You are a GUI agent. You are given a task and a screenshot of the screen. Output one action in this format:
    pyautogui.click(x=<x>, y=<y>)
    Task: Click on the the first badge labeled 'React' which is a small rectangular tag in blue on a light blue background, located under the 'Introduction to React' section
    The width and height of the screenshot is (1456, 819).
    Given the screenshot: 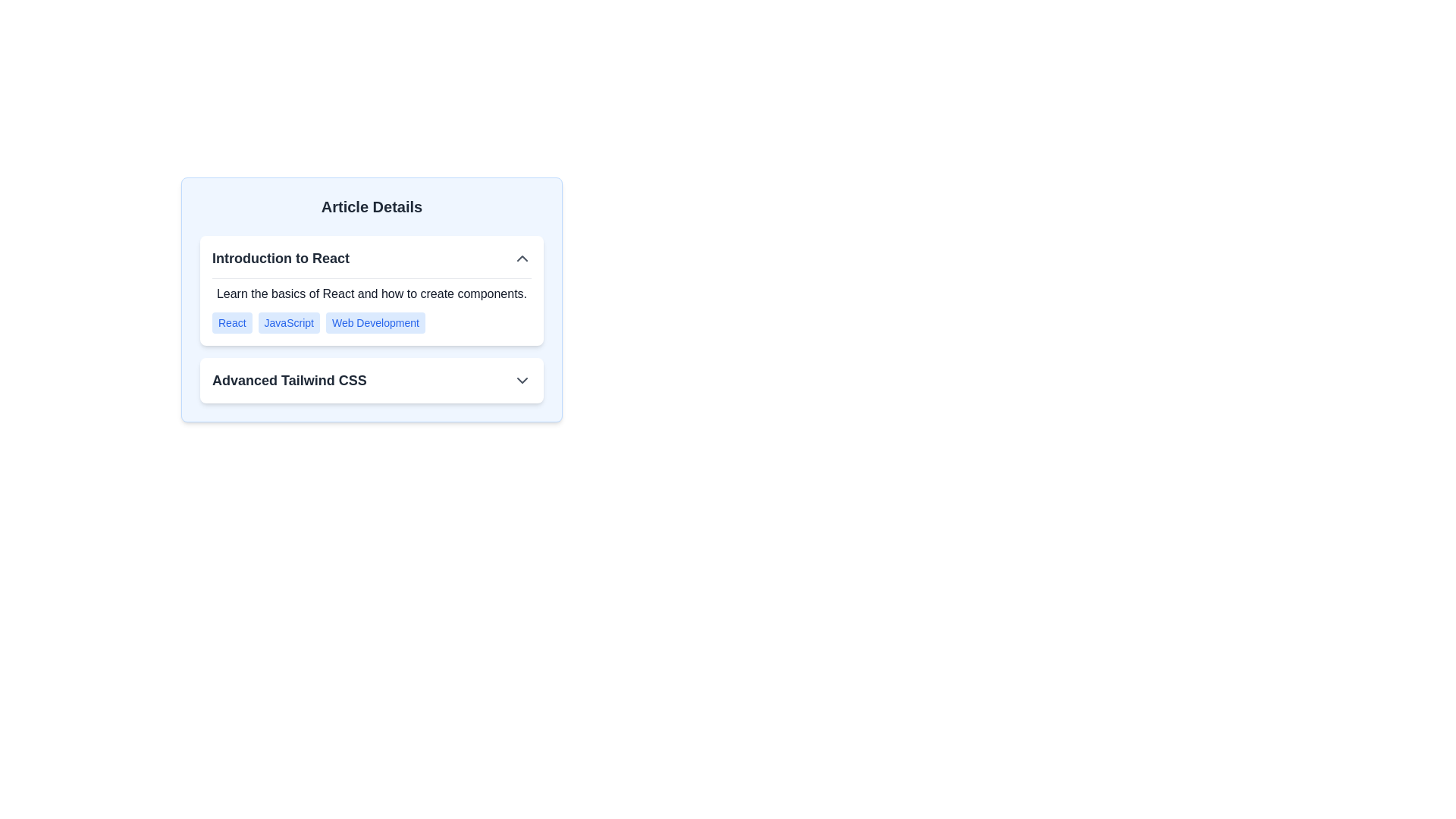 What is the action you would take?
    pyautogui.click(x=231, y=322)
    